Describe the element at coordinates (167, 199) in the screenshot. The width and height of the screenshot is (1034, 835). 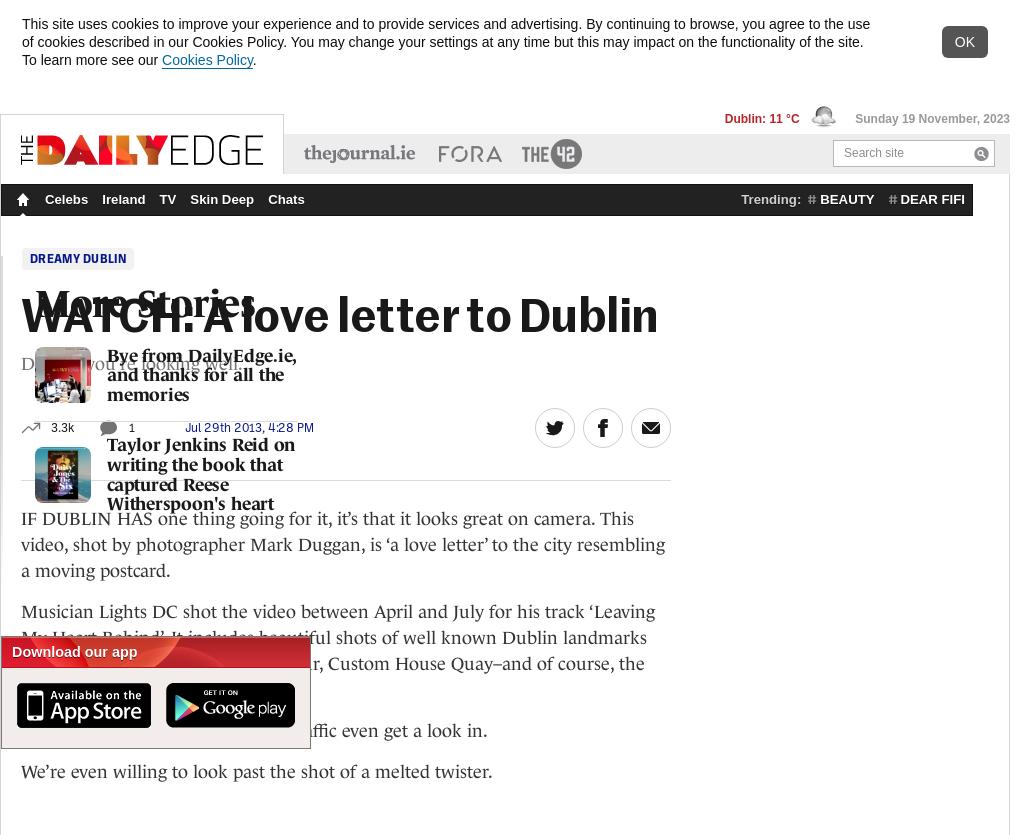
I see `'TV'` at that location.